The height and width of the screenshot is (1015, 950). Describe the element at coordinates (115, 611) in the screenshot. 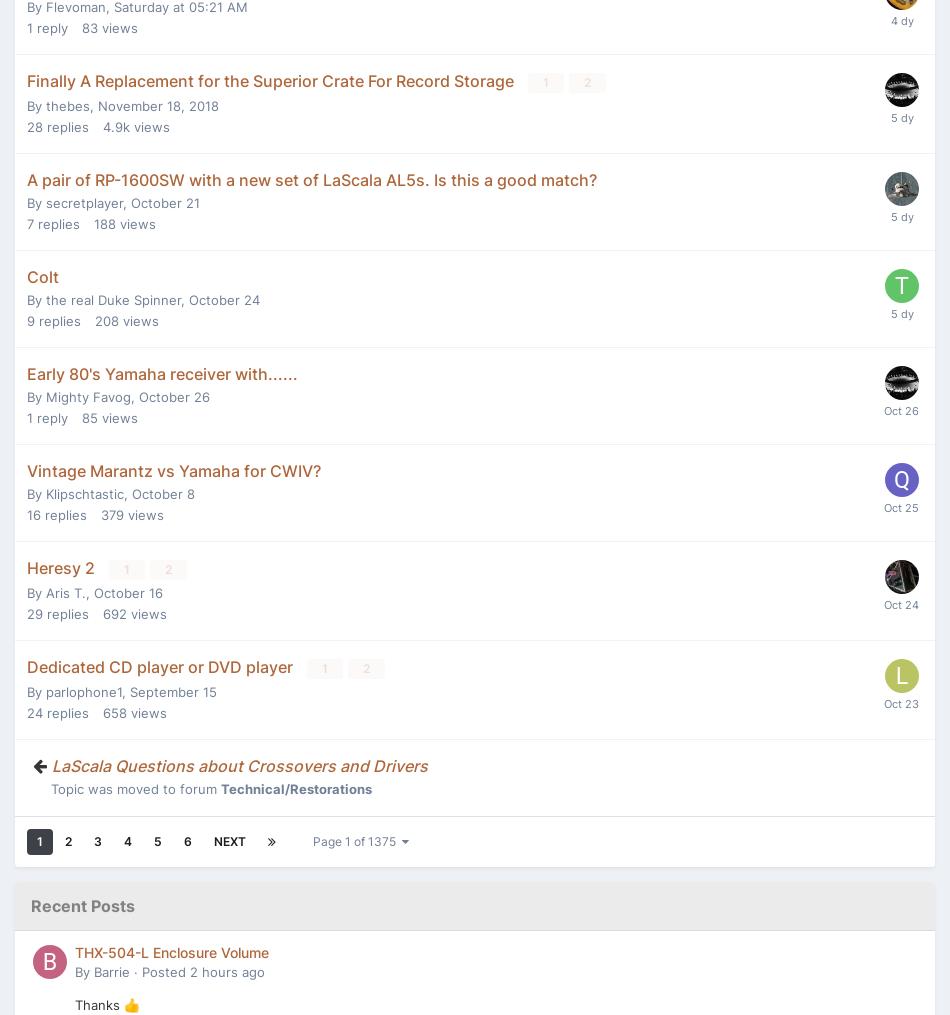

I see `'692'` at that location.